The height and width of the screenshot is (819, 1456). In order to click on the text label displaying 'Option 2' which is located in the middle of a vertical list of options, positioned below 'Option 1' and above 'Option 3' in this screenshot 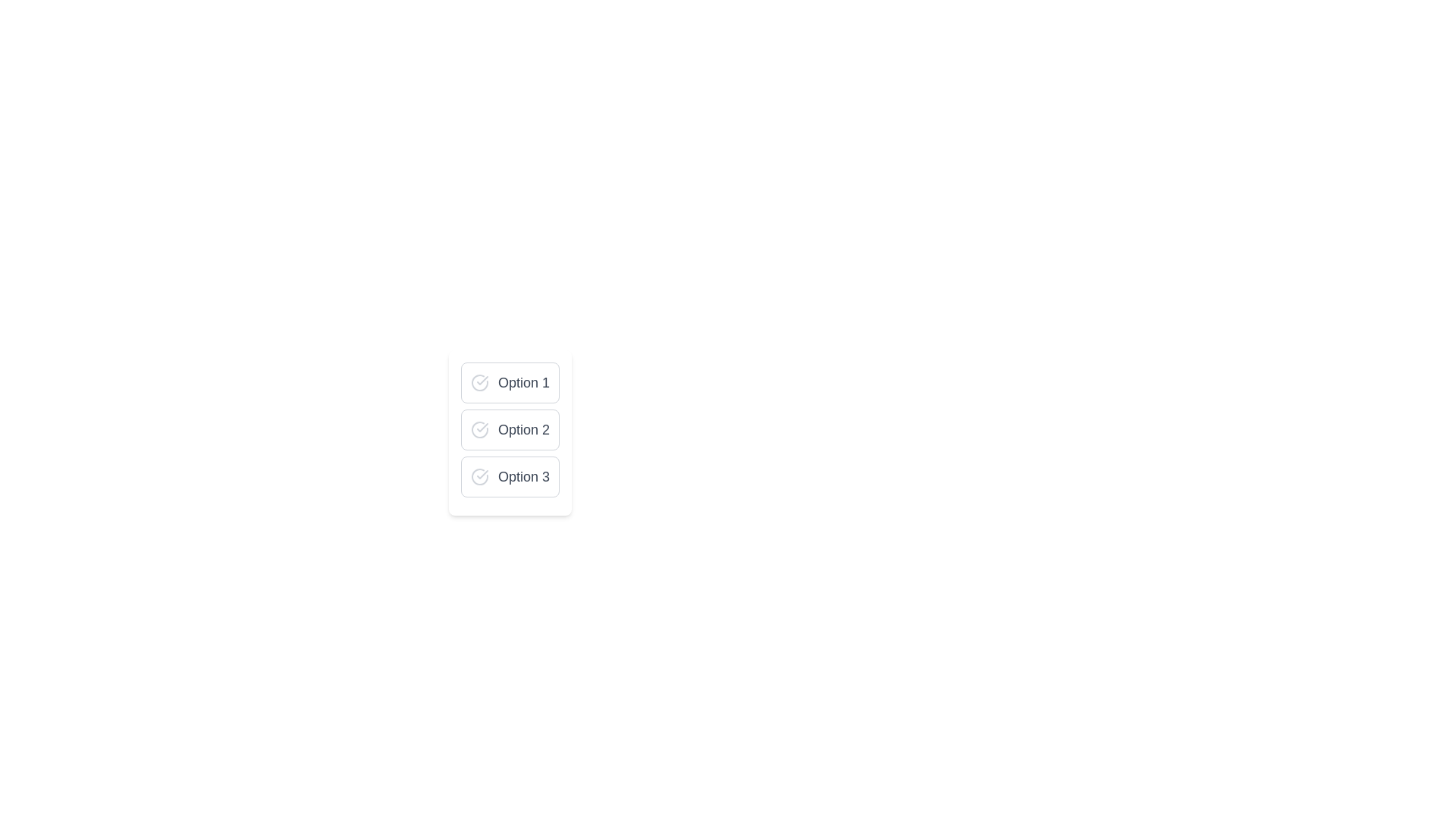, I will do `click(524, 430)`.